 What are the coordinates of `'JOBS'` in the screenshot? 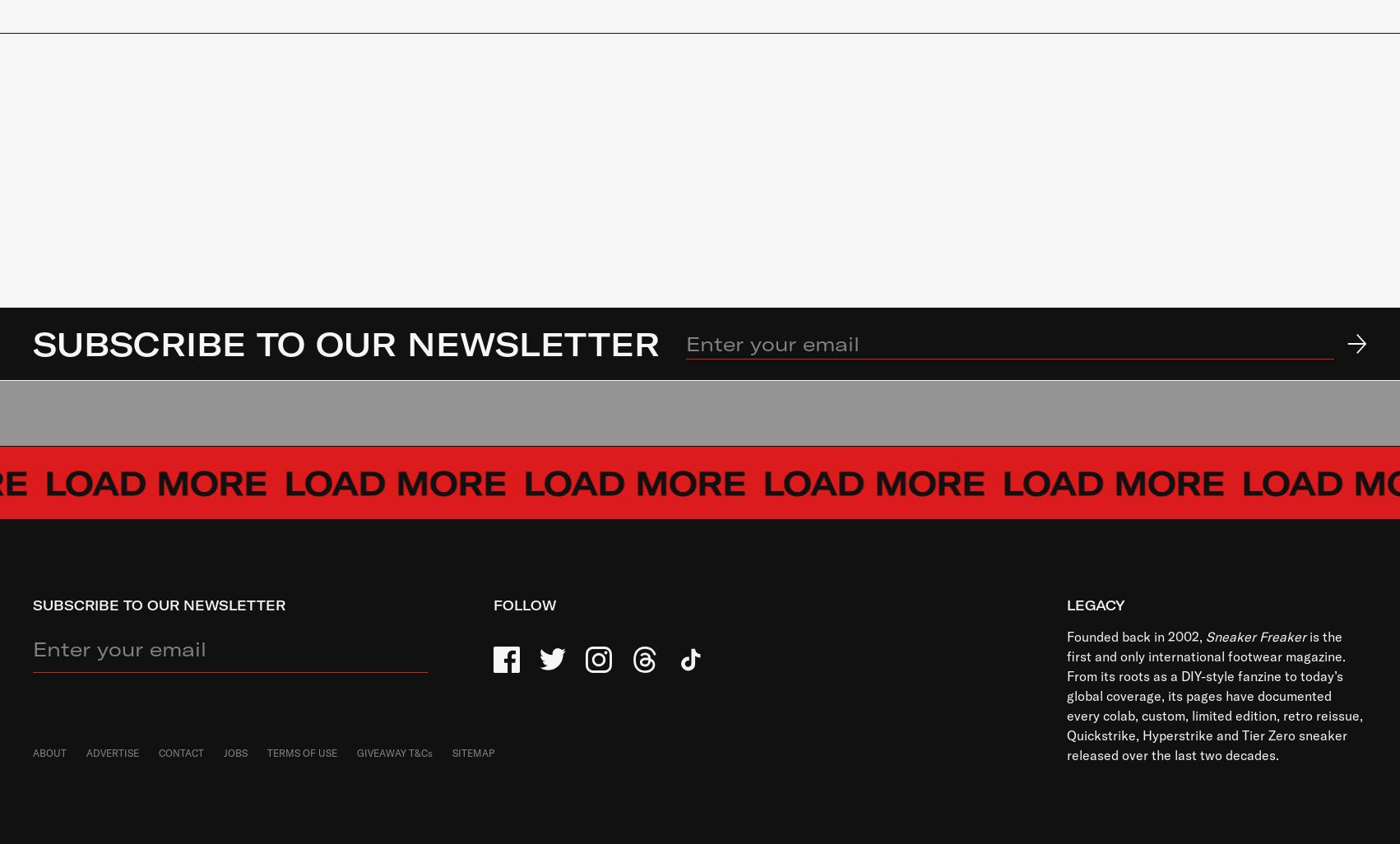 It's located at (235, 752).